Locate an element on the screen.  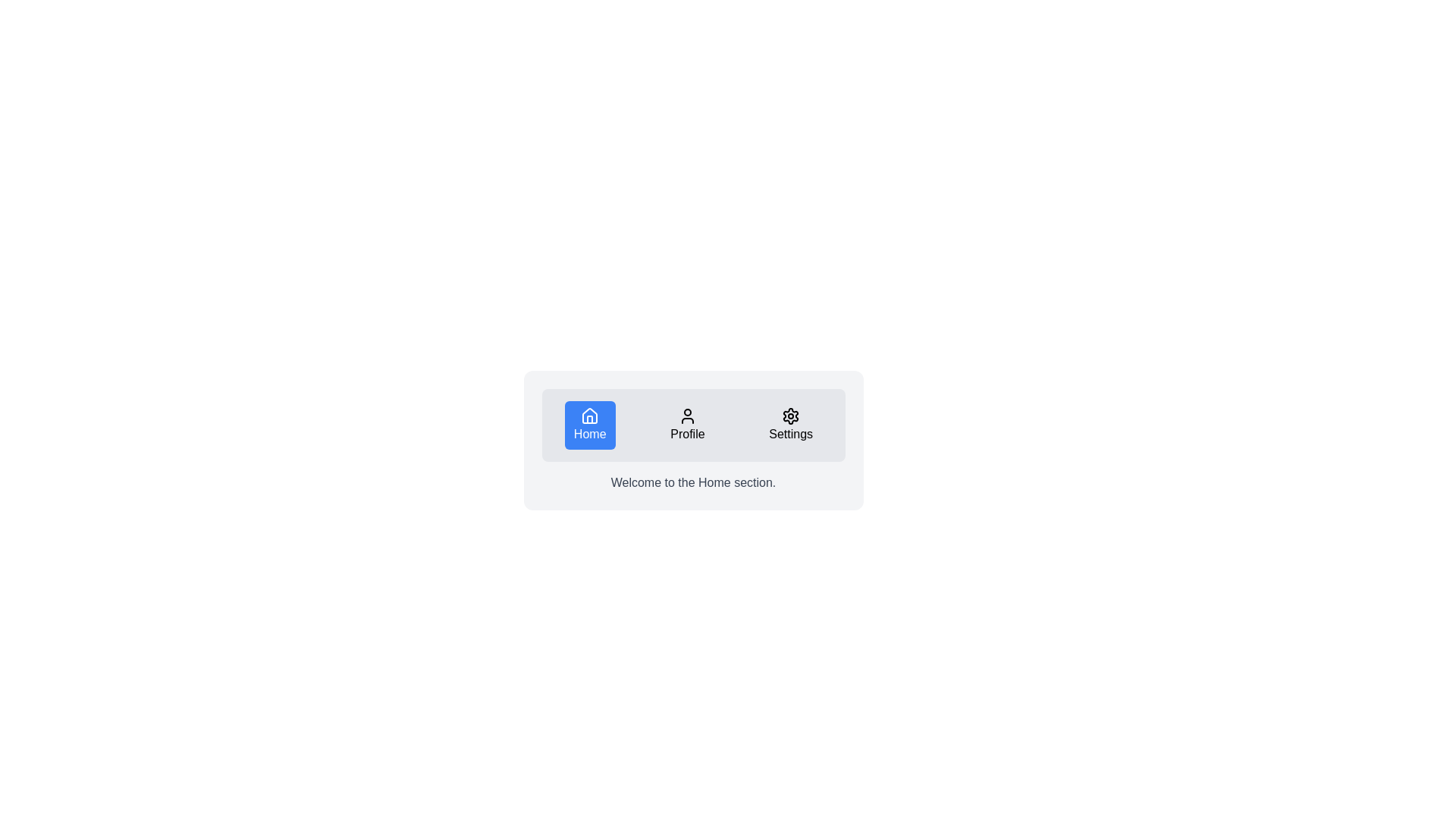
the 'Home' icon which represents the navigation to the Home section, located as the first button in a horizontal arrangement of three buttons is located at coordinates (589, 416).